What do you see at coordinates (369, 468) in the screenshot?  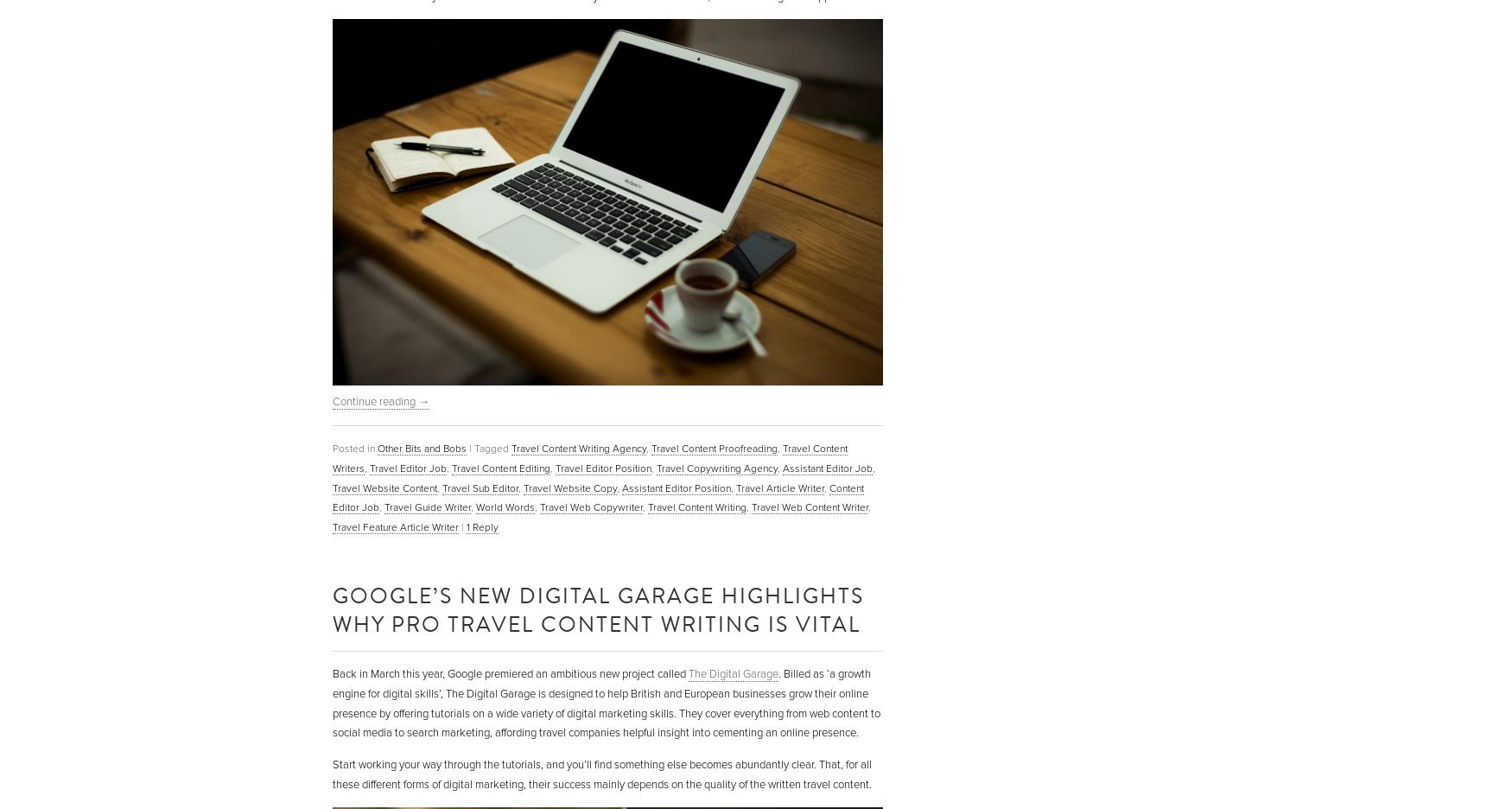 I see `'Travel Editor Job'` at bounding box center [369, 468].